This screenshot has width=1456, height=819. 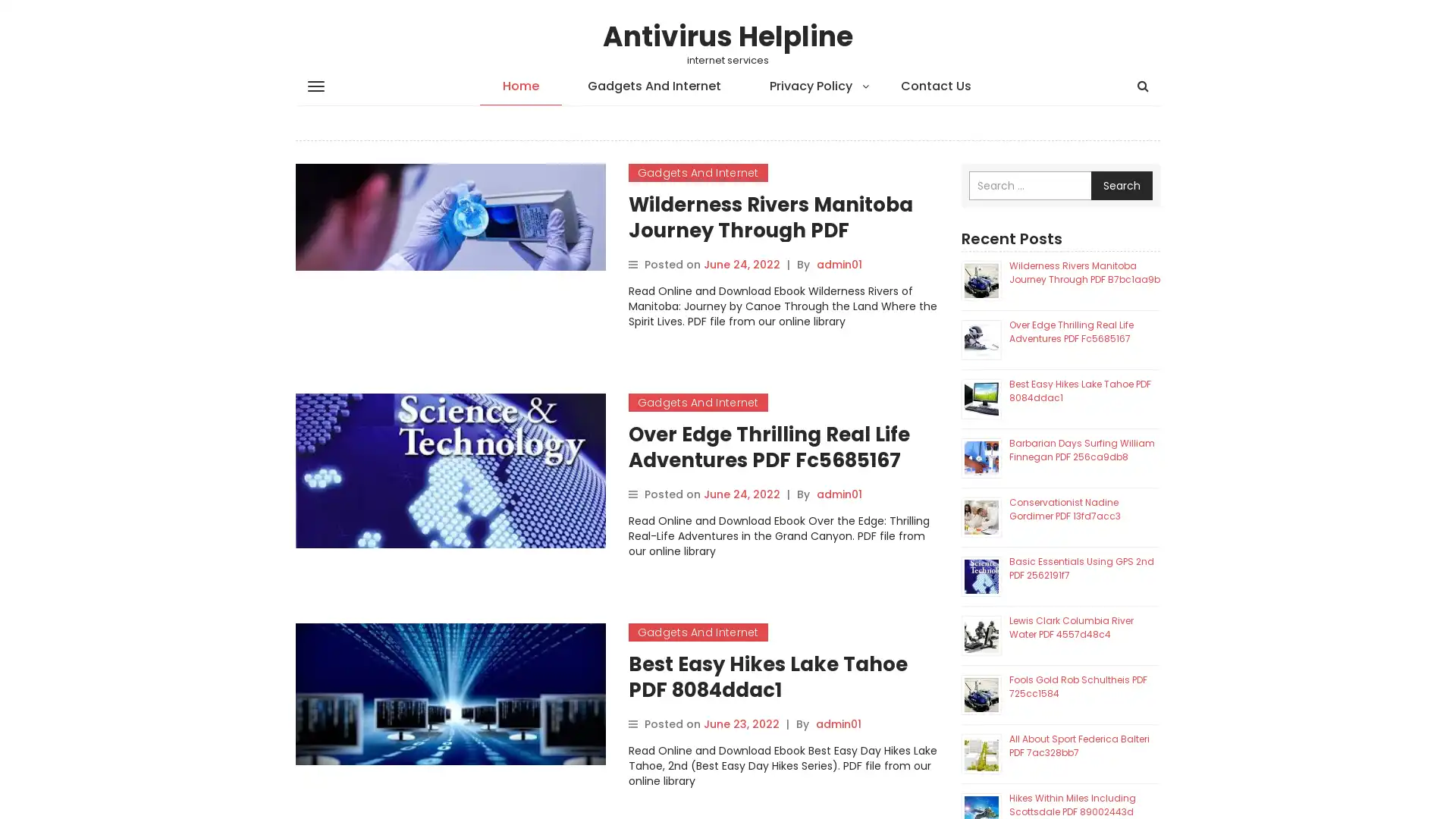 I want to click on Search, so click(x=1122, y=185).